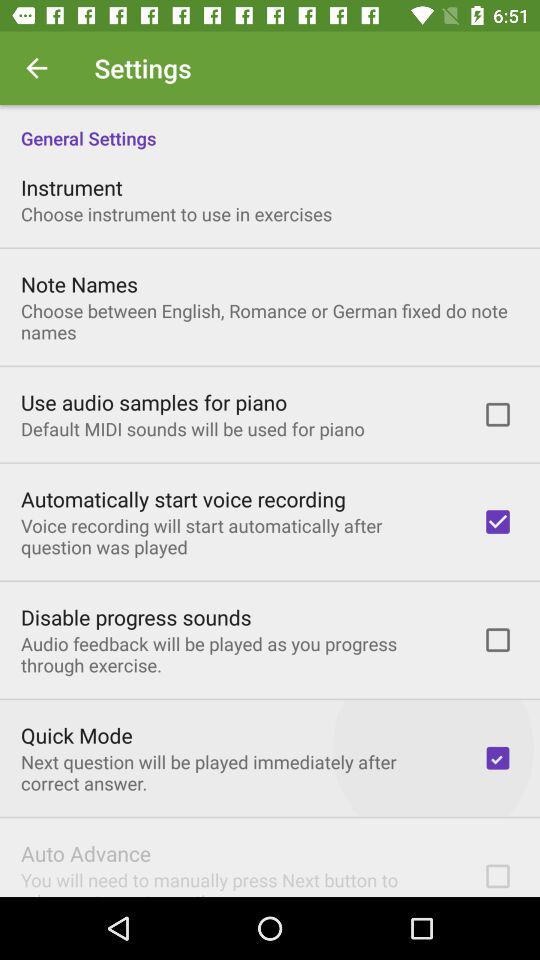  What do you see at coordinates (75, 734) in the screenshot?
I see `quick mode icon` at bounding box center [75, 734].